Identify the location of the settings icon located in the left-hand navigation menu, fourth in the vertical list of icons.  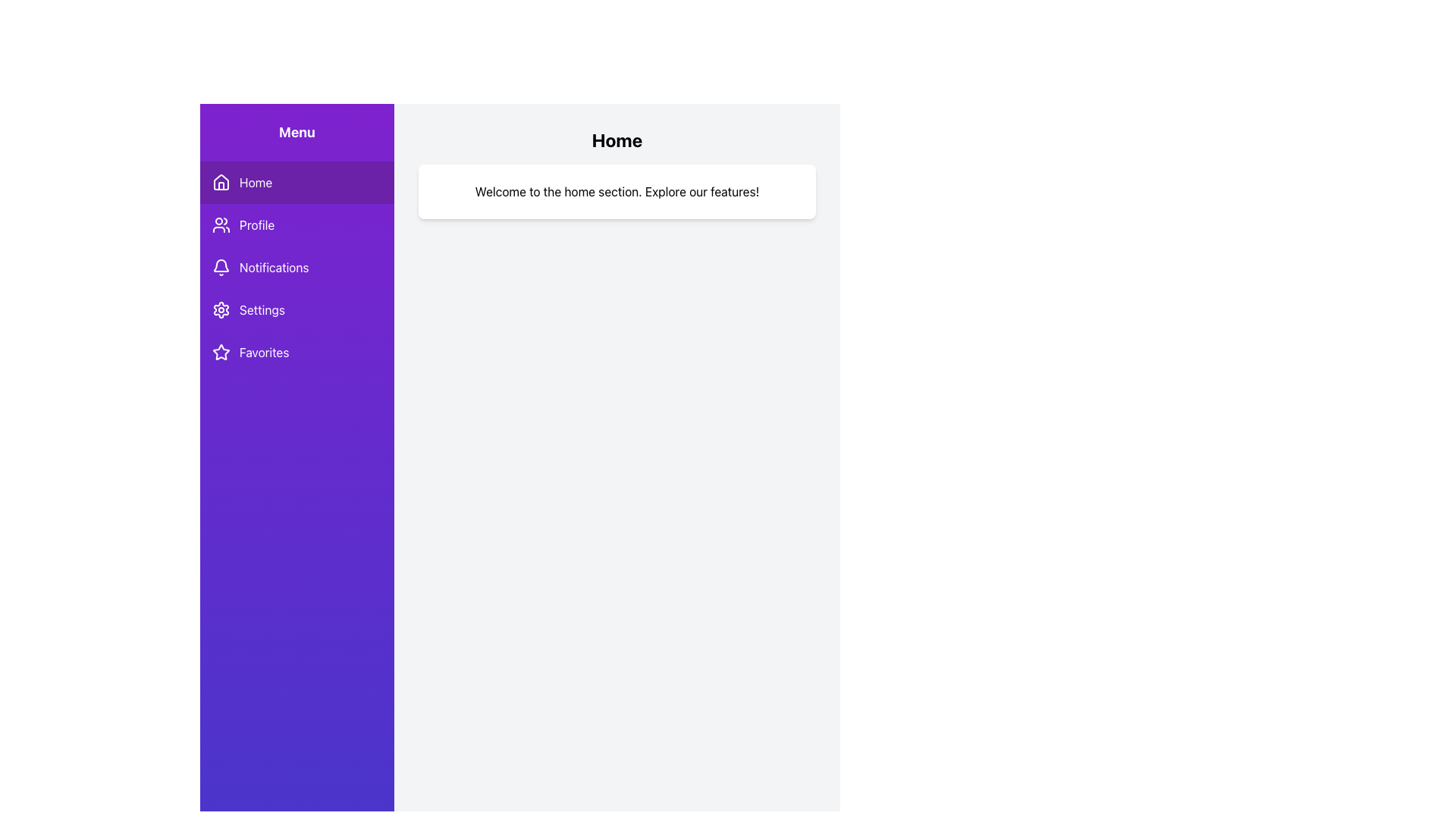
(221, 309).